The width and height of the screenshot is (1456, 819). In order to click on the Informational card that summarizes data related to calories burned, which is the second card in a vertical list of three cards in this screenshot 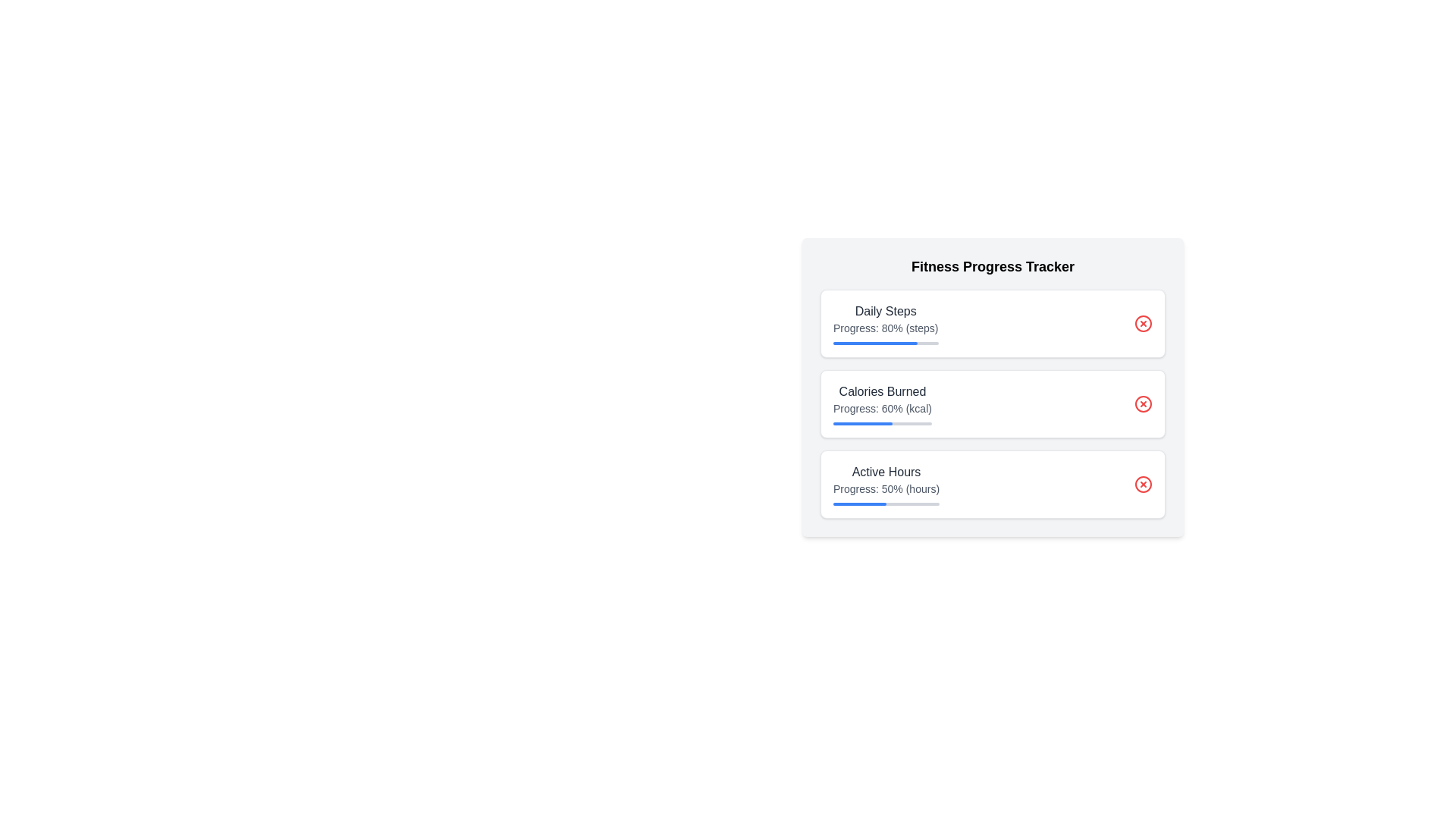, I will do `click(993, 403)`.